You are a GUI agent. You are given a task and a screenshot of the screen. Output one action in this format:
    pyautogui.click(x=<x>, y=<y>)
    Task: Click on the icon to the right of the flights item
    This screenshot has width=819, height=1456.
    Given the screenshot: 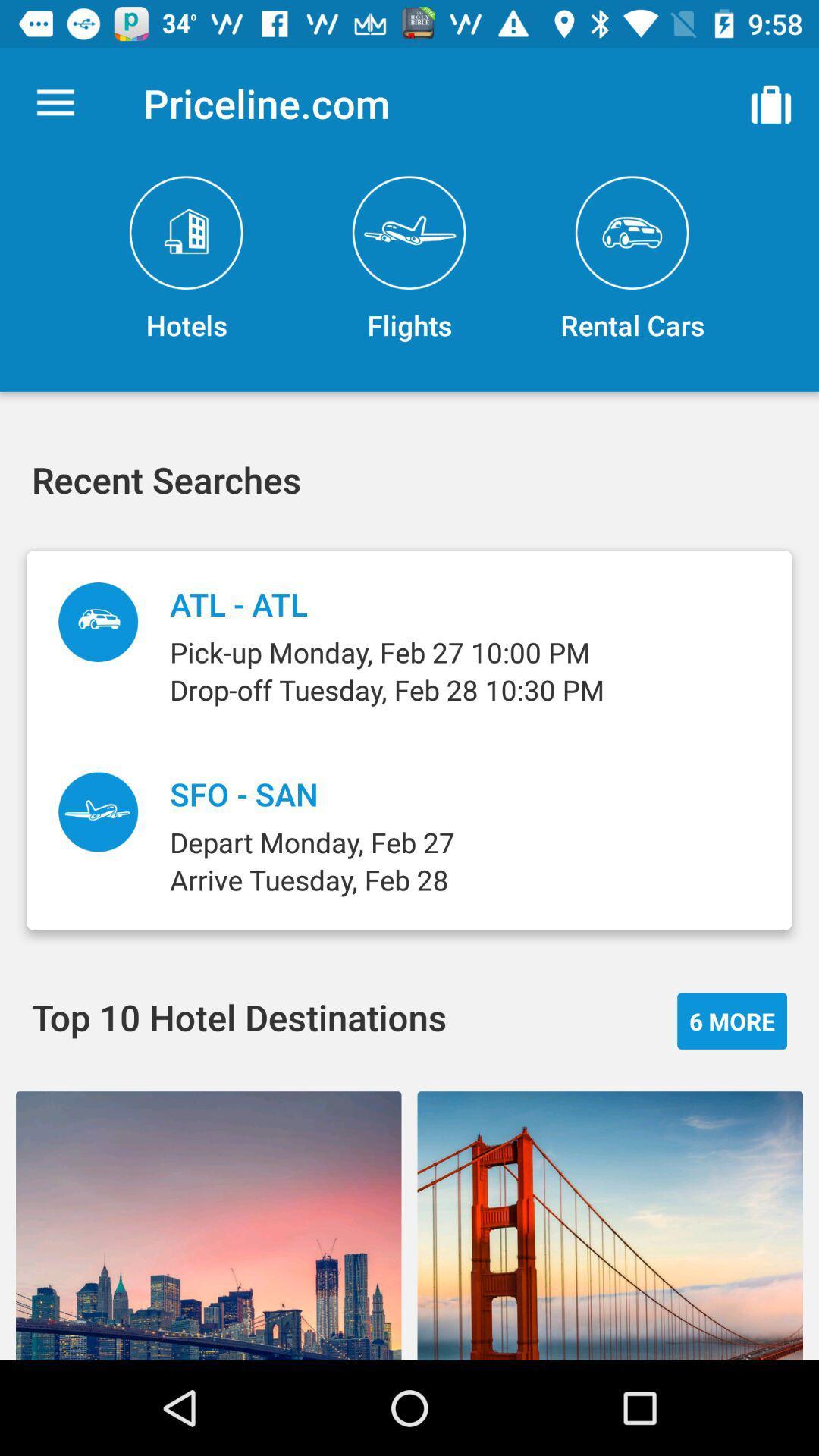 What is the action you would take?
    pyautogui.click(x=632, y=259)
    